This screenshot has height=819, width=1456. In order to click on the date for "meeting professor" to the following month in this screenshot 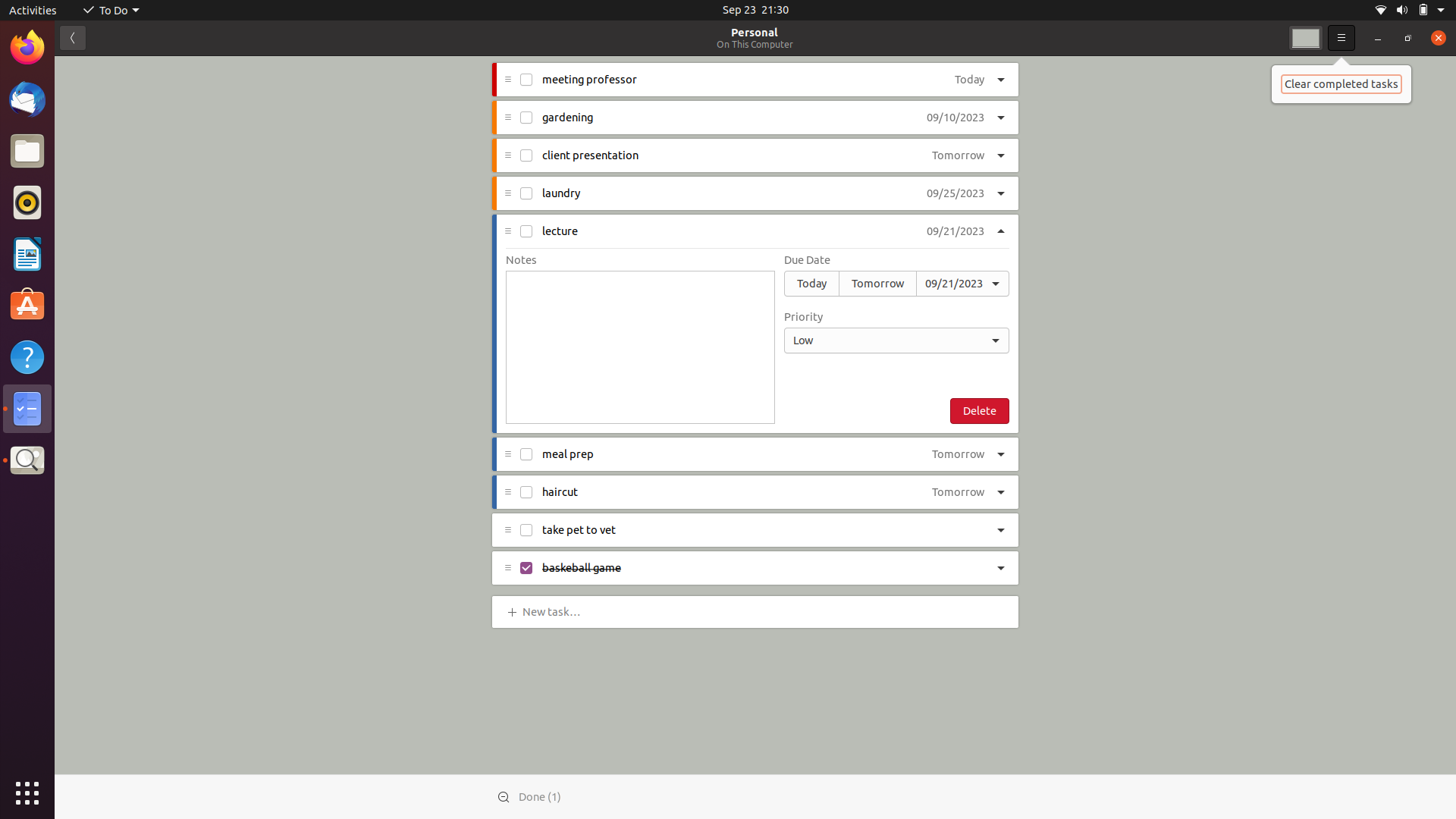, I will do `click(964, 81)`.